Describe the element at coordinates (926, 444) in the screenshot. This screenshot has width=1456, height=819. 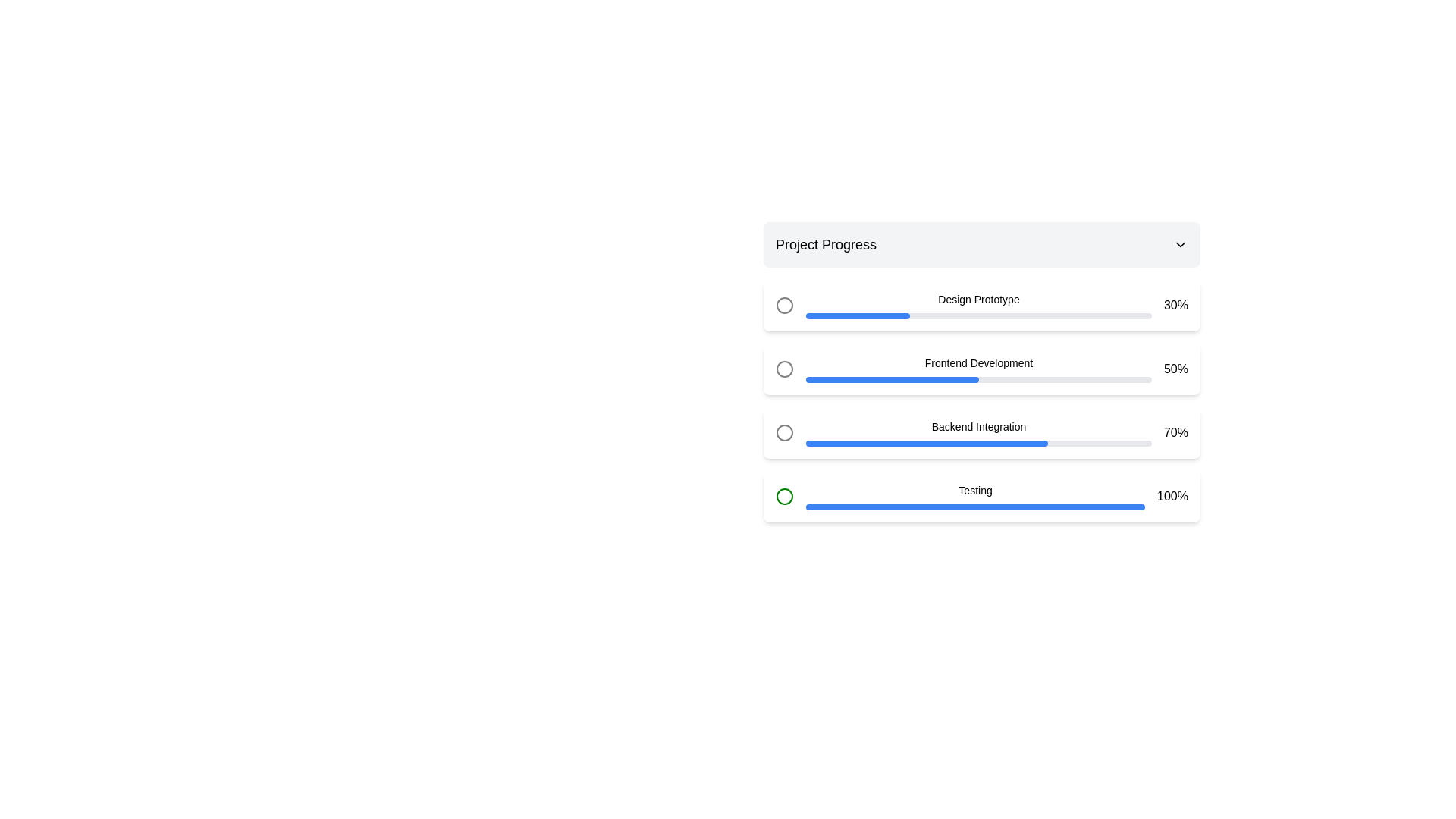
I see `progress value of the blue progress bar, which is located within the third progress bar labeled 'Backend Integration', positioned below the visible text label 'Backend Integration' and above 'Testing'` at that location.